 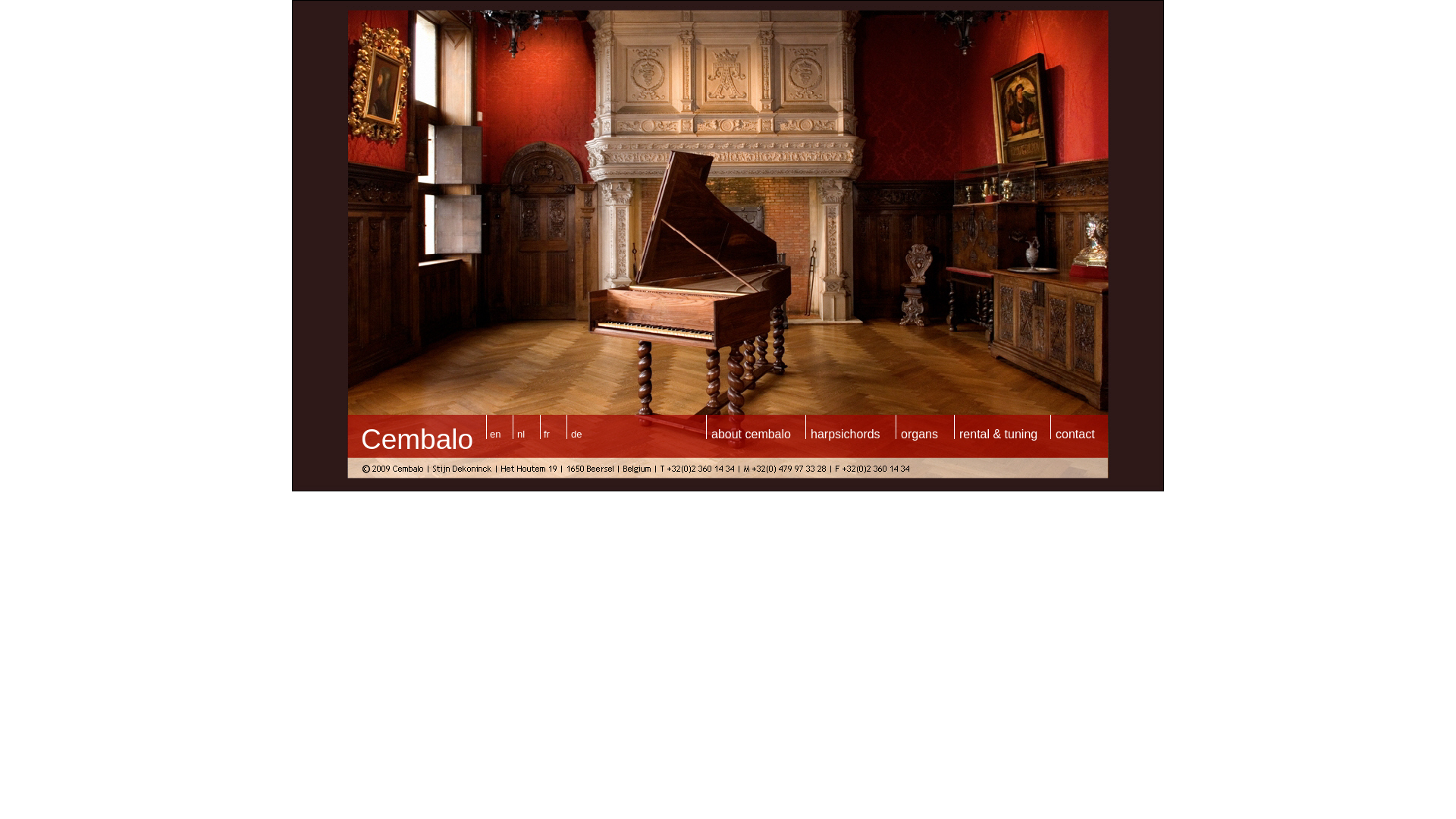 I want to click on 'harpsichords', so click(x=844, y=434).